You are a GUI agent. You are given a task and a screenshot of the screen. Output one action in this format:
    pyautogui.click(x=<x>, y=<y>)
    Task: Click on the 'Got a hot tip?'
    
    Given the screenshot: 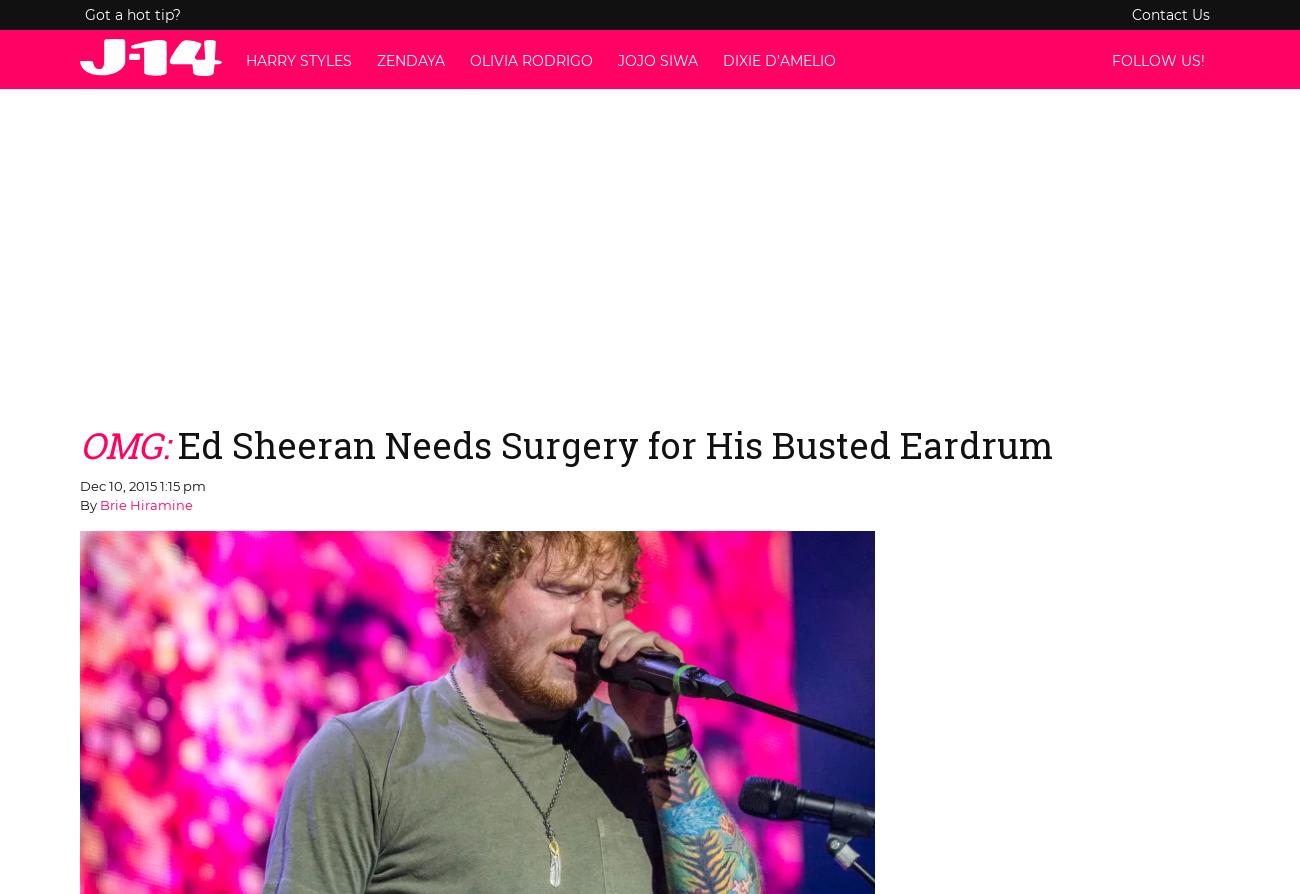 What is the action you would take?
    pyautogui.click(x=131, y=15)
    